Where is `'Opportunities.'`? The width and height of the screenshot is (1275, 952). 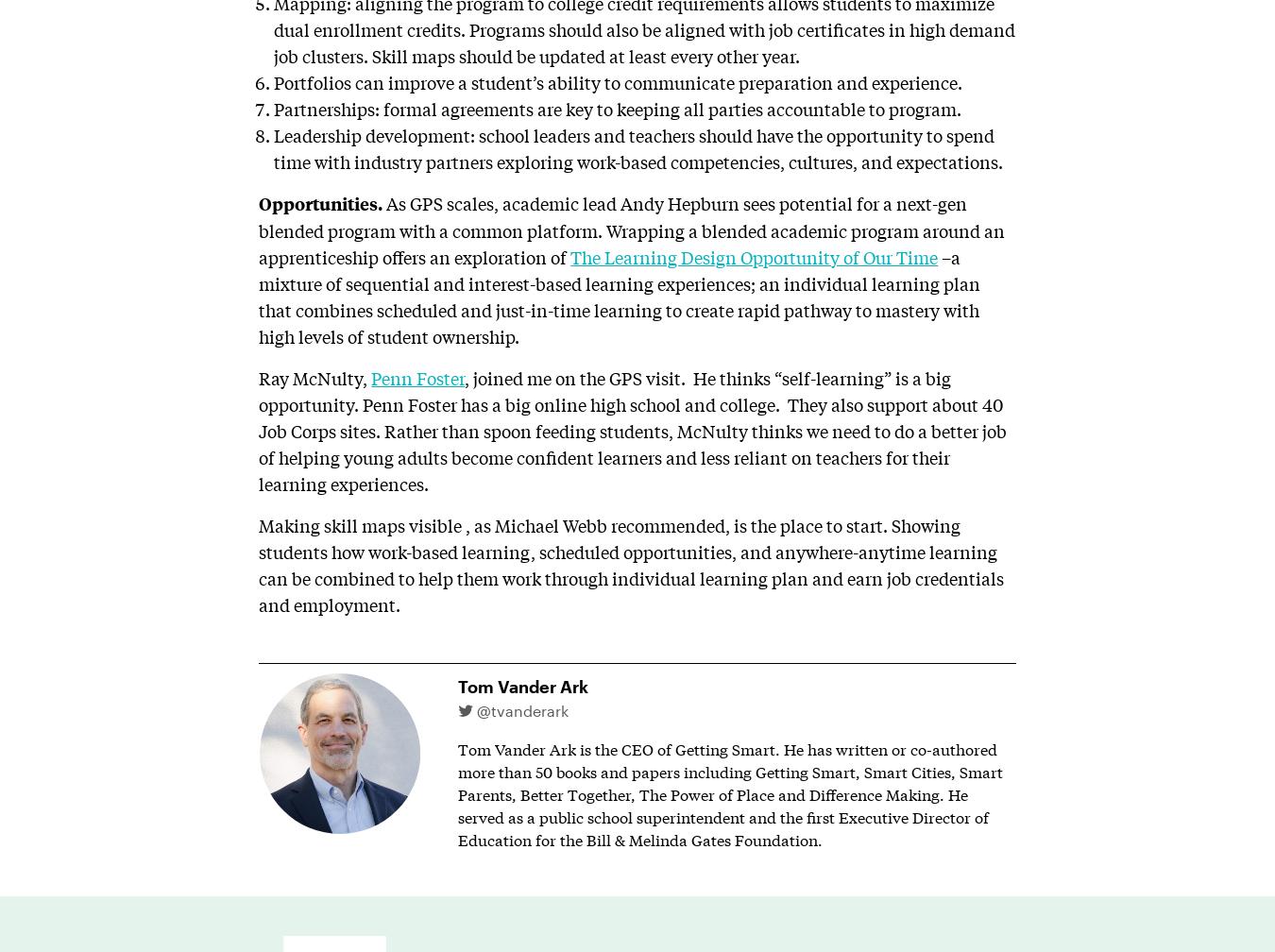 'Opportunities.' is located at coordinates (320, 202).